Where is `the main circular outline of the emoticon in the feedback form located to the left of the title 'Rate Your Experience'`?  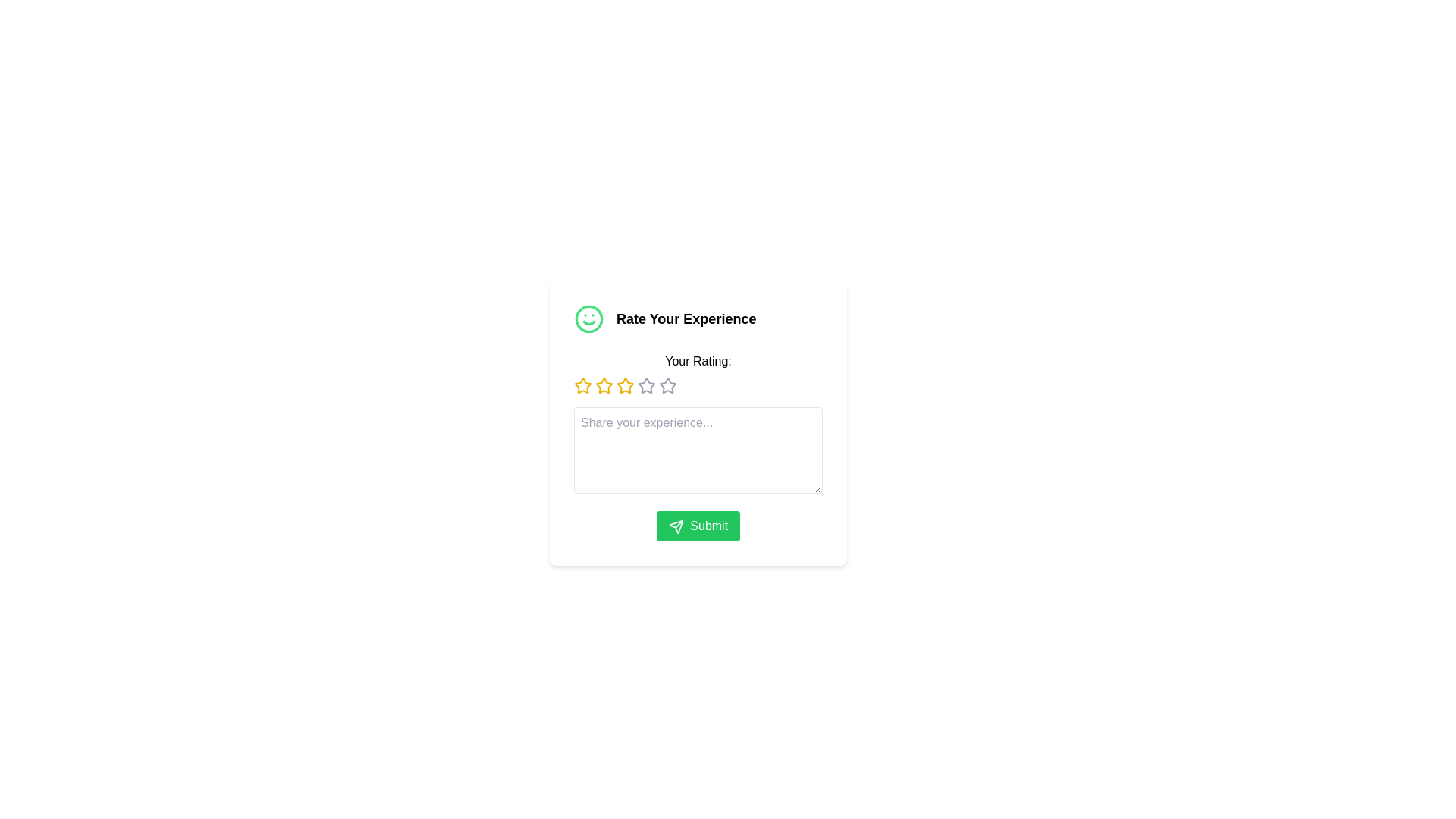 the main circular outline of the emoticon in the feedback form located to the left of the title 'Rate Your Experience' is located at coordinates (588, 318).